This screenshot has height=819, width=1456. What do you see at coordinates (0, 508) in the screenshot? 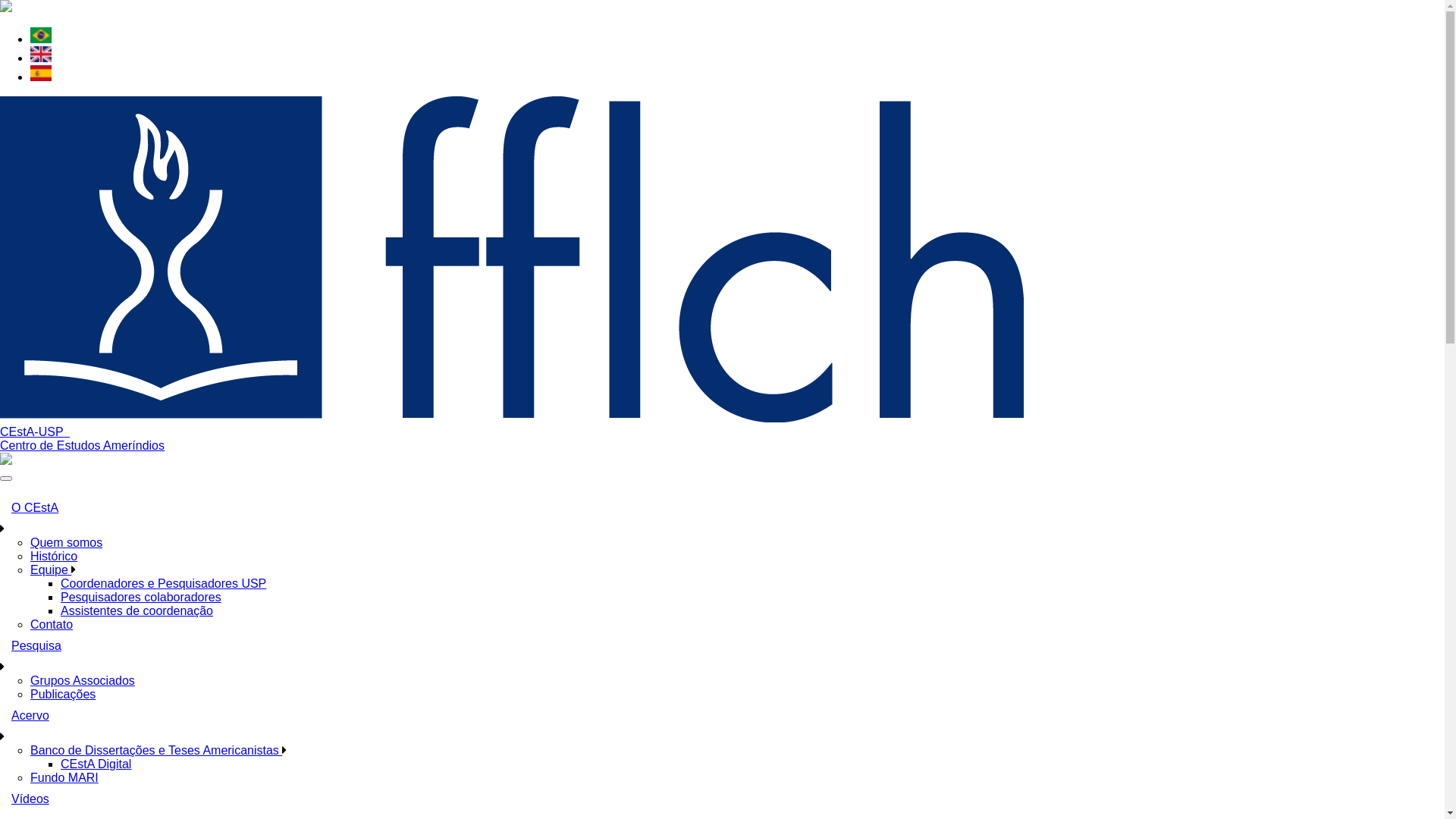
I see `'O CEstA'` at bounding box center [0, 508].